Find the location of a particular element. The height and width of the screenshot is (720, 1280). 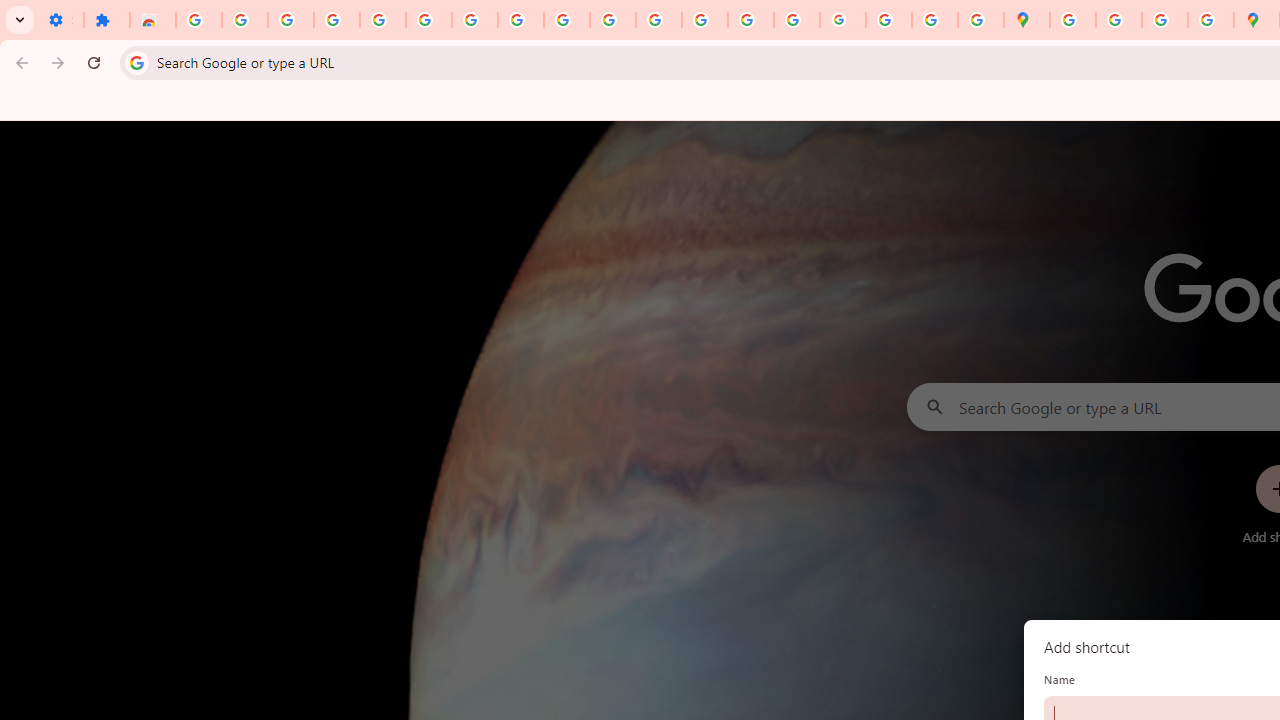

'Settings - On startup' is located at coordinates (60, 20).